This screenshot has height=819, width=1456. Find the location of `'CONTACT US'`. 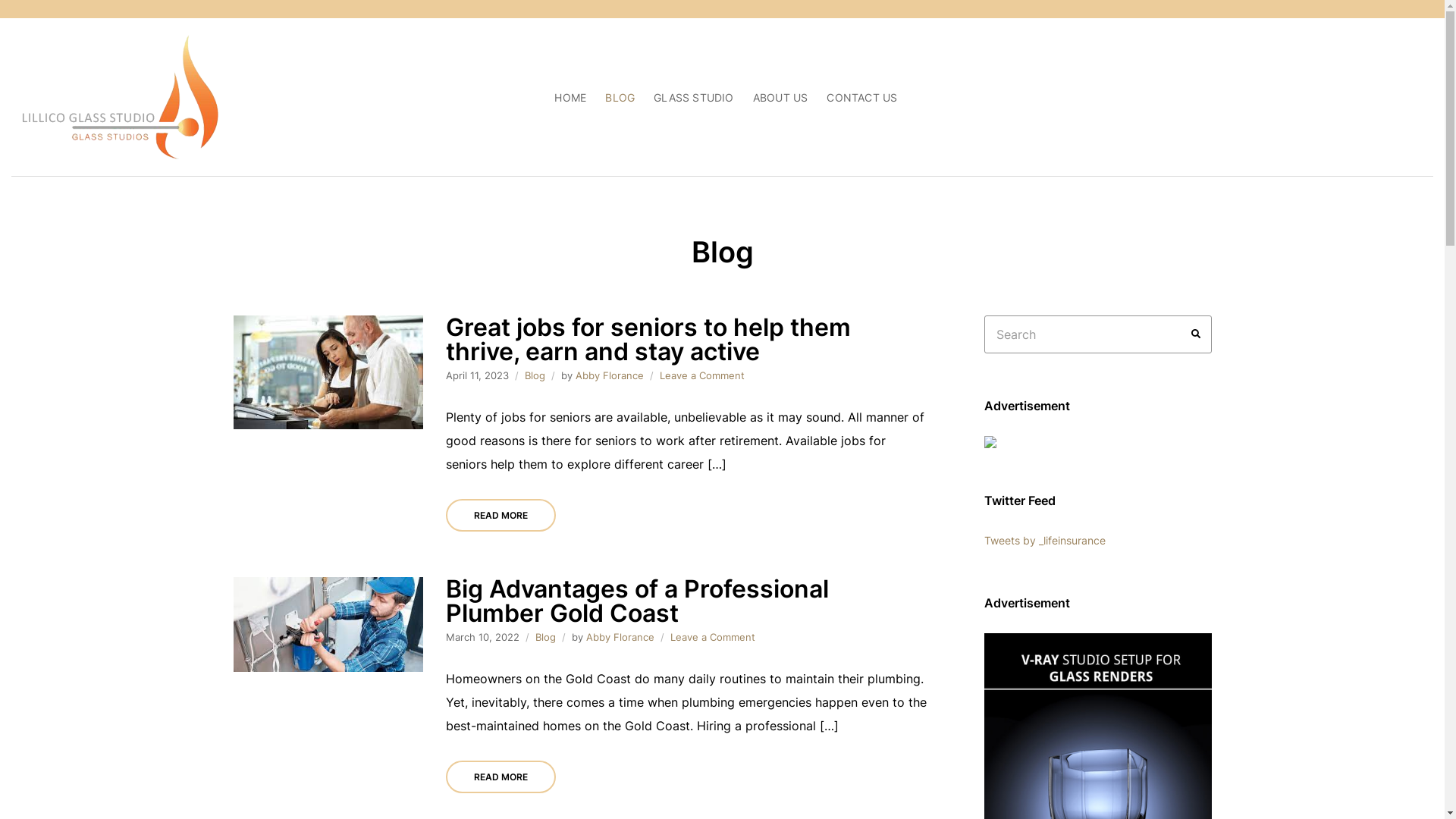

'CONTACT US' is located at coordinates (861, 97).